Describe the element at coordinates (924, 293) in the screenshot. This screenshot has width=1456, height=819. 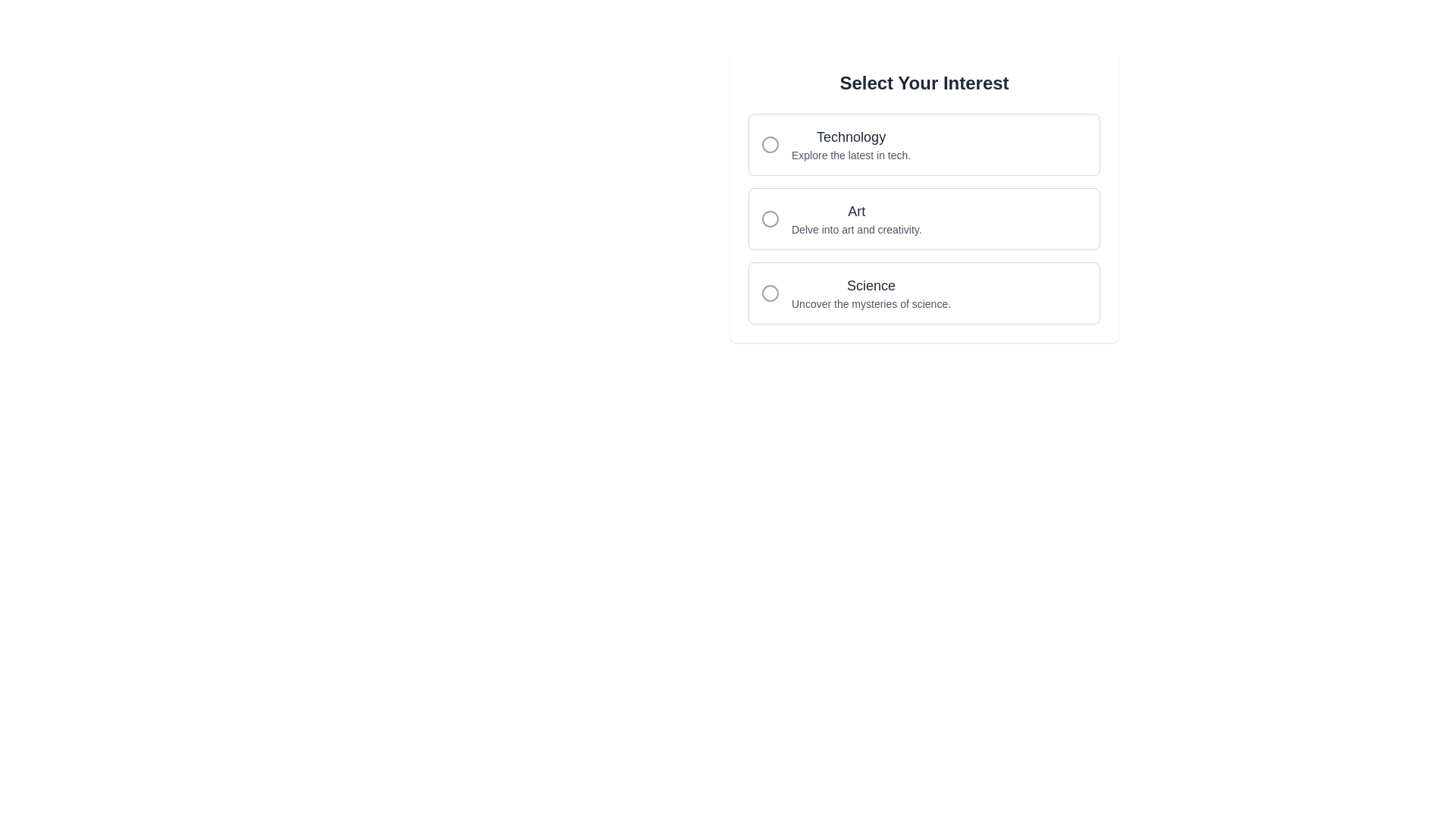
I see `the 'Science' radio button option` at that location.